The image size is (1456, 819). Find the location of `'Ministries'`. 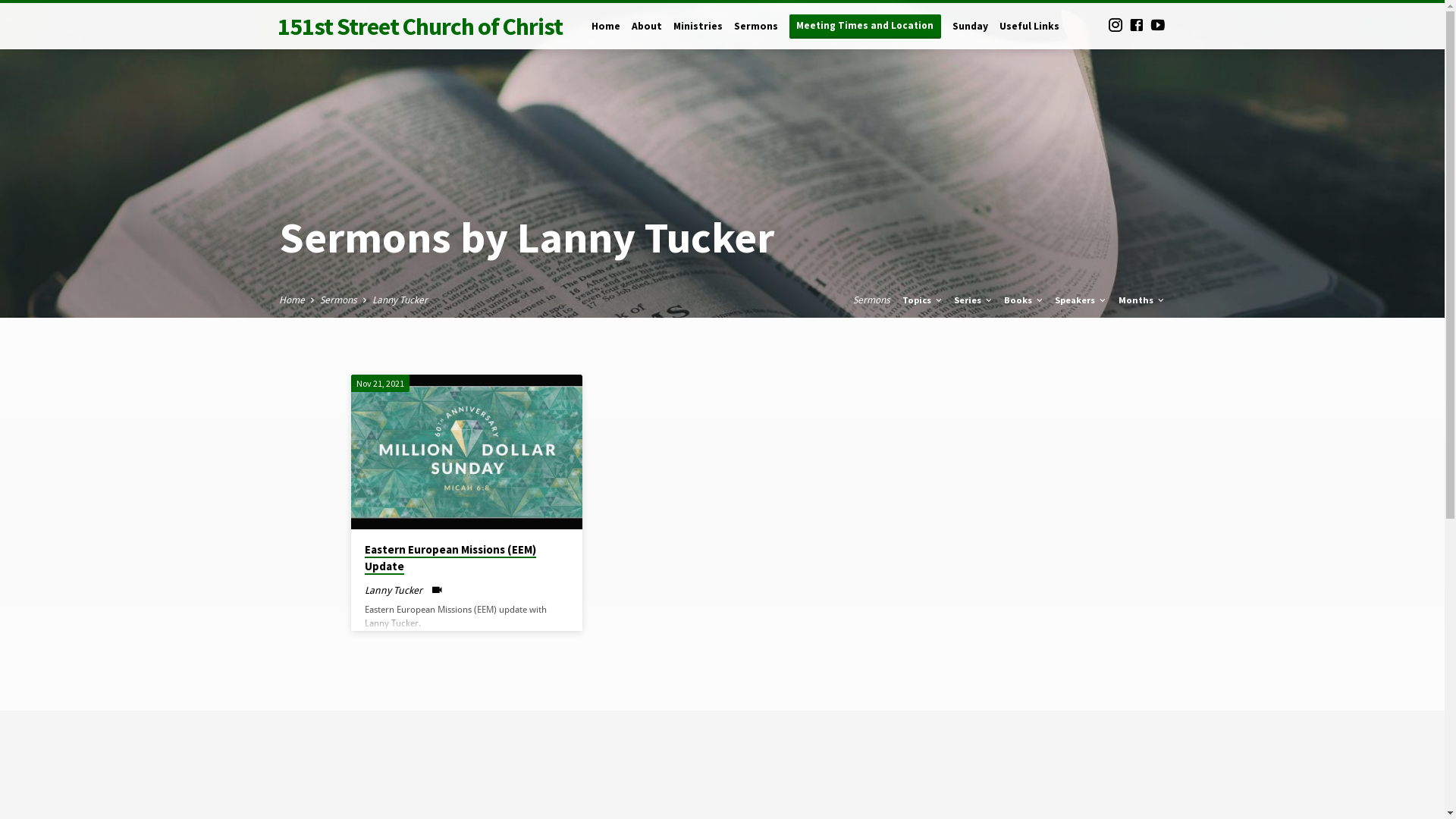

'Ministries' is located at coordinates (697, 35).